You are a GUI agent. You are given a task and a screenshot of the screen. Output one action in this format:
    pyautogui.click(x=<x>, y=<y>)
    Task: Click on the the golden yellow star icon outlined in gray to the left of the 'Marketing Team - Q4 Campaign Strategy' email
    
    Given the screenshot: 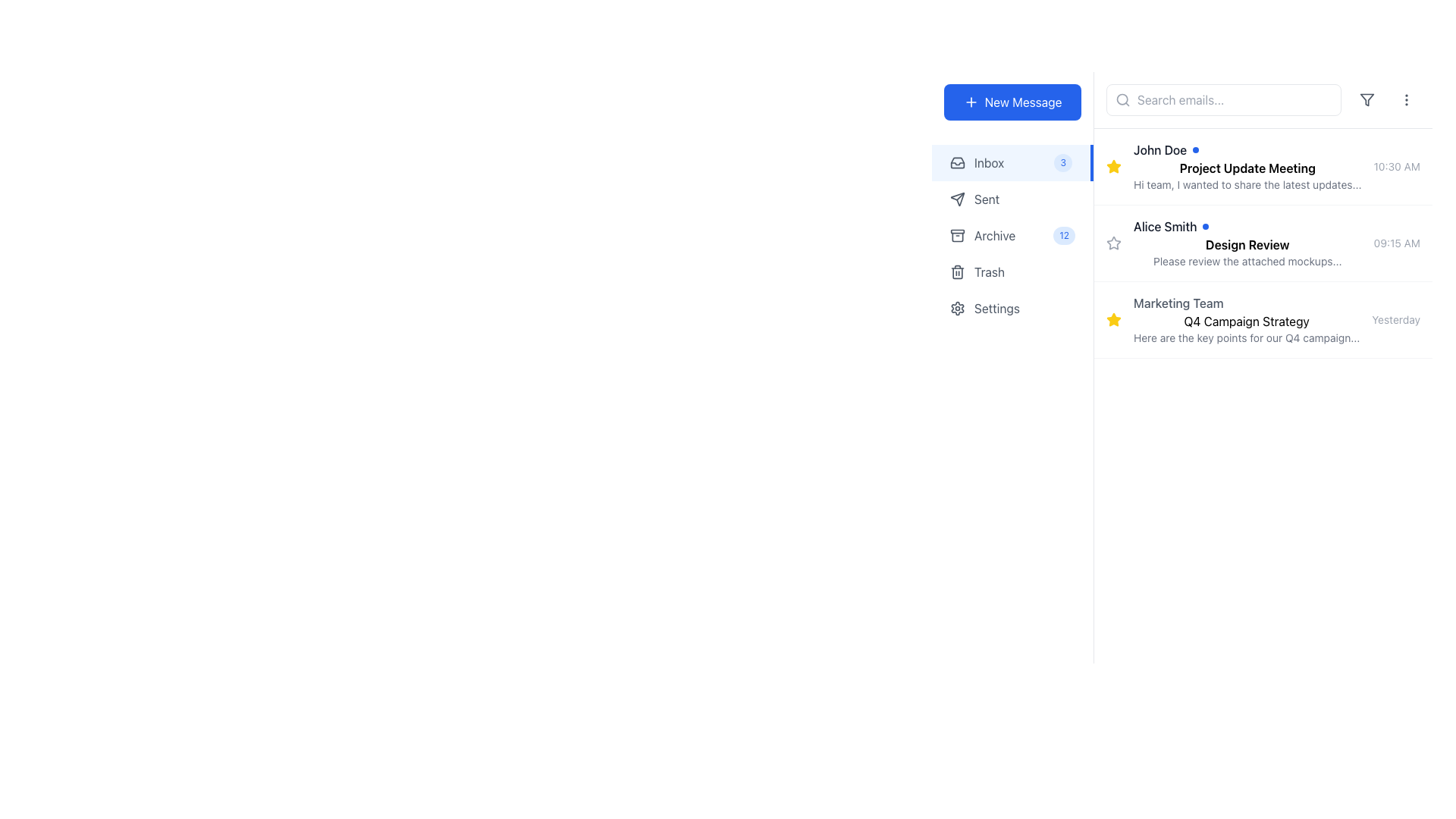 What is the action you would take?
    pyautogui.click(x=1113, y=242)
    